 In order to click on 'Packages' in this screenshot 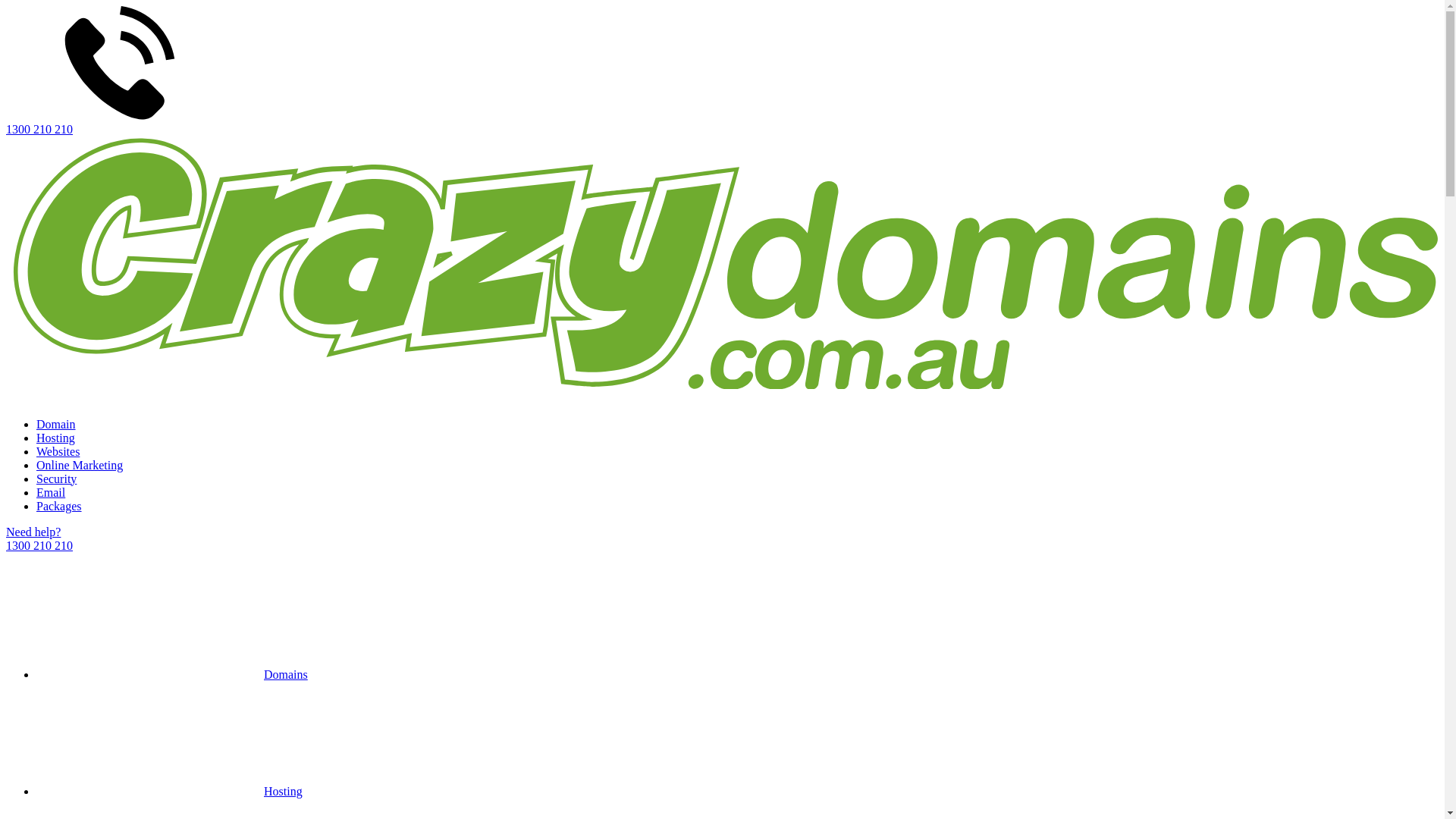, I will do `click(58, 506)`.